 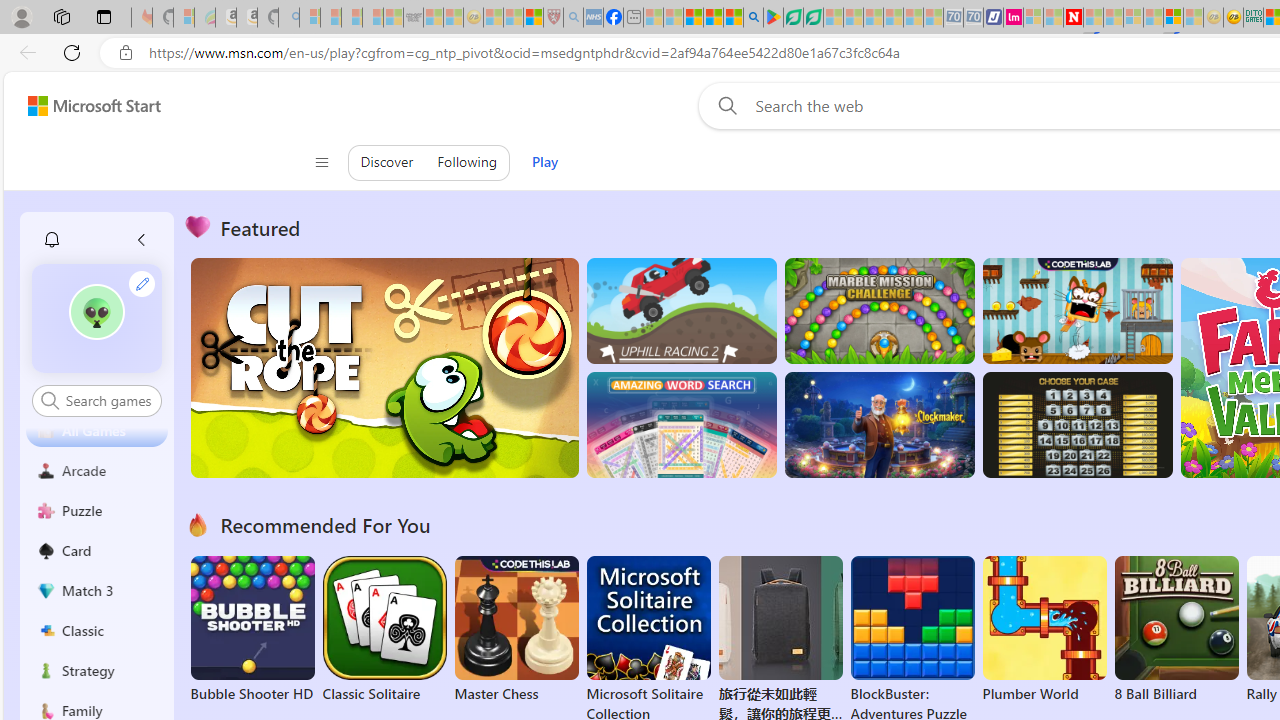 I want to click on 'Latest Politics News & Archive | Newsweek.com', so click(x=1072, y=17).